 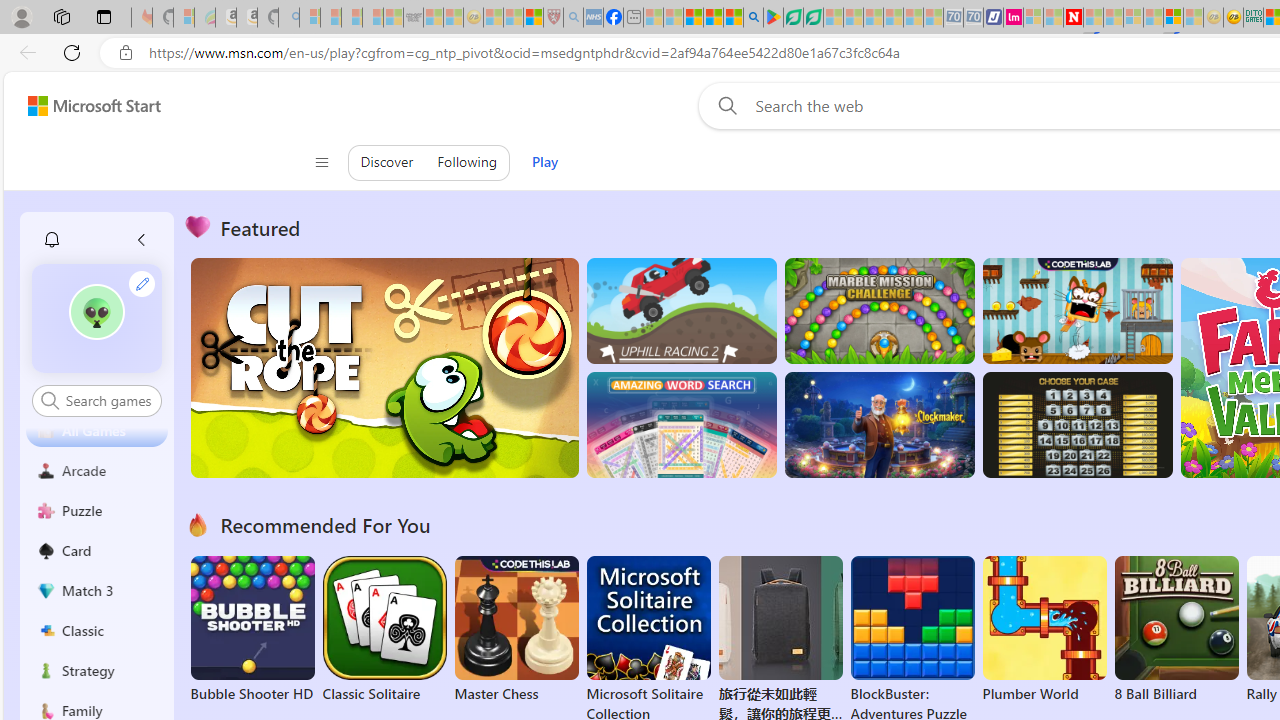 I want to click on 'Latest Politics News & Archive | Newsweek.com', so click(x=1072, y=17).